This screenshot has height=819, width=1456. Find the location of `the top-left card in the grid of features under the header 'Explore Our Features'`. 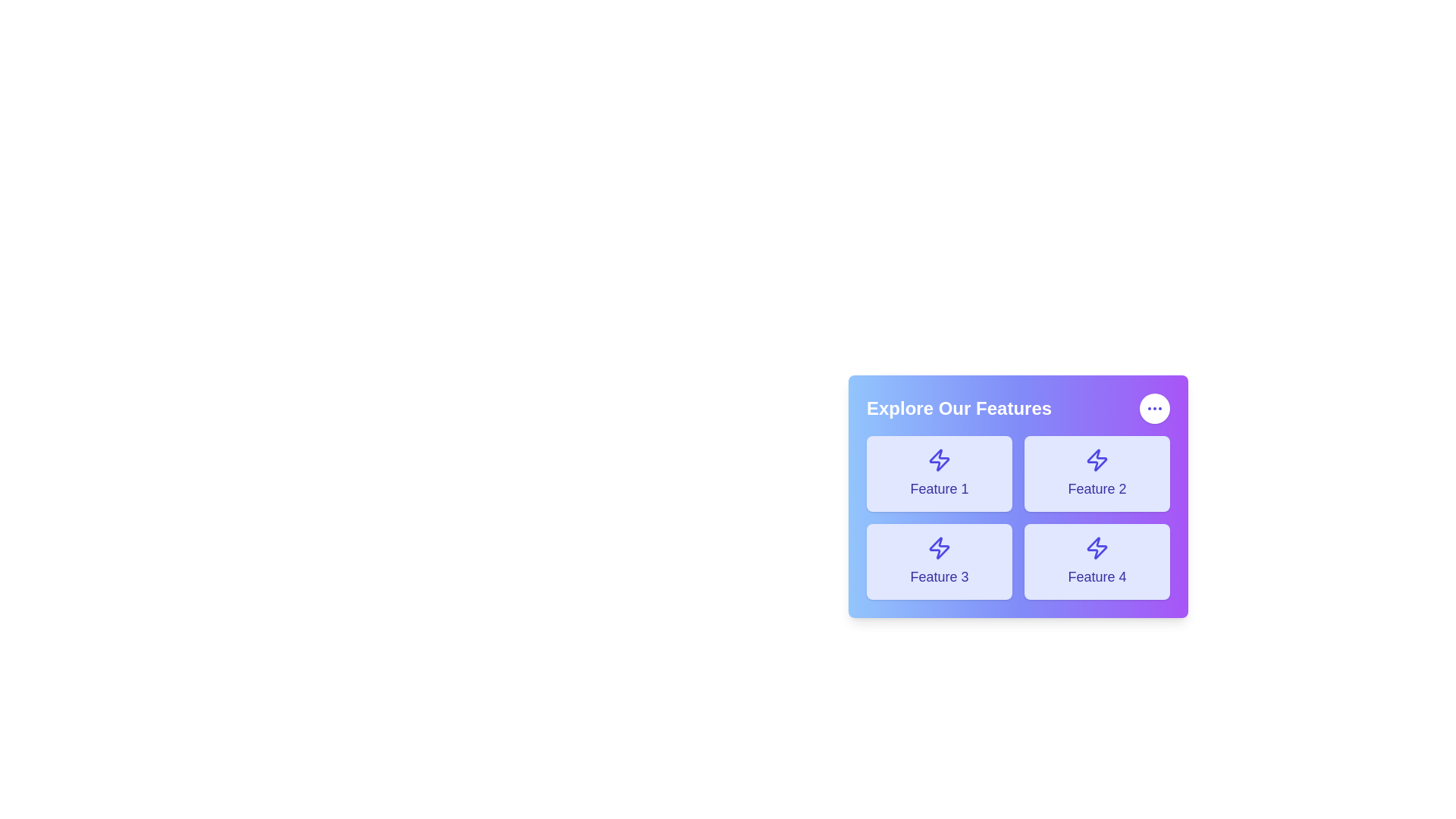

the top-left card in the grid of features under the header 'Explore Our Features' is located at coordinates (938, 472).